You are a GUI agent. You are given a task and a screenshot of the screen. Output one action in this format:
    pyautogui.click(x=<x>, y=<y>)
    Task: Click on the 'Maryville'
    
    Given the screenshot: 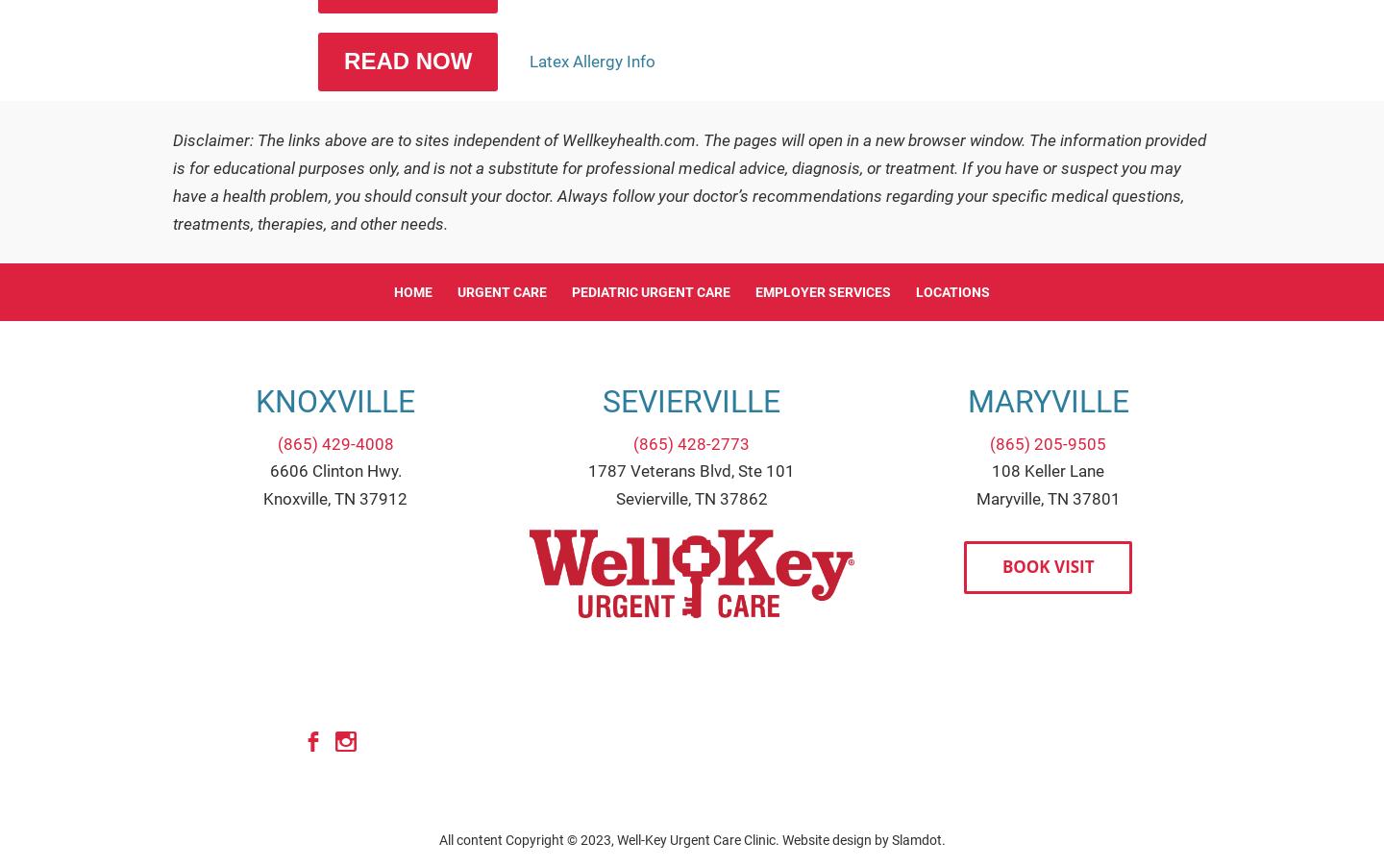 What is the action you would take?
    pyautogui.click(x=1046, y=400)
    